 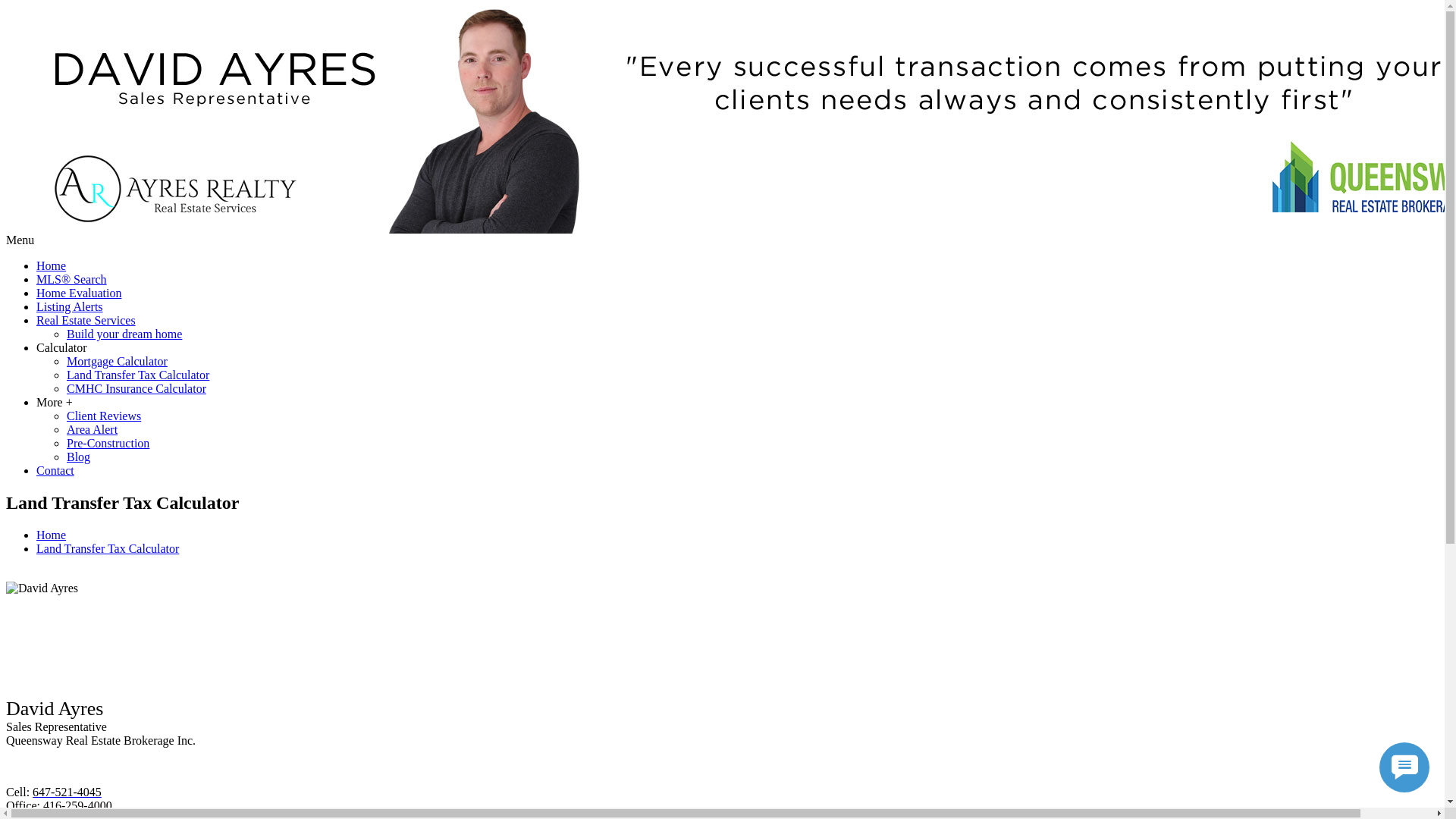 I want to click on 'Land Transfer Tax Calculator', so click(x=138, y=375).